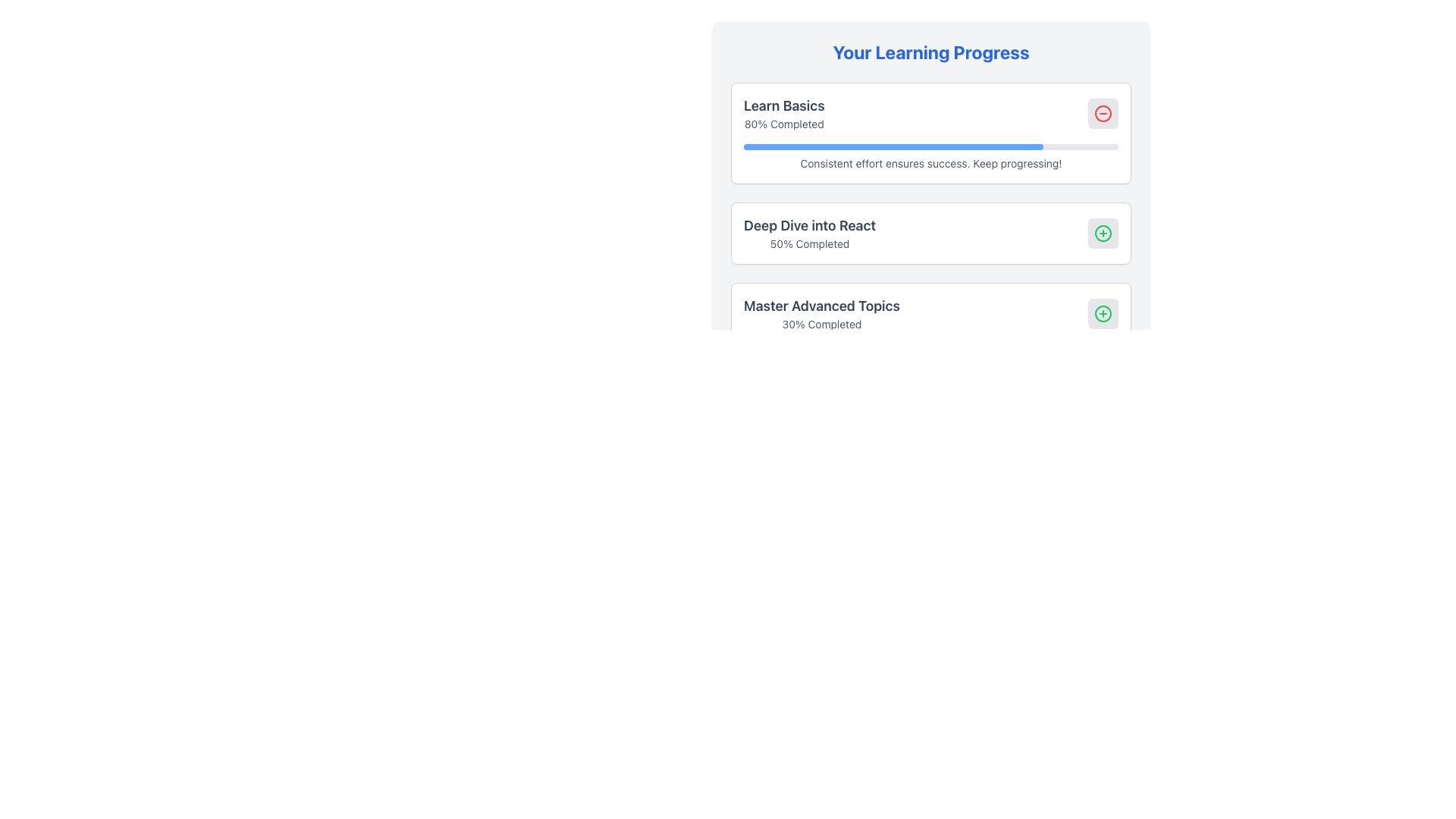  What do you see at coordinates (1103, 312) in the screenshot?
I see `the circular SVG element with a '+' symbol located at the right side of the third progress bar titled 'Master Advanced Topics' in the 'Your Learning Progress' section` at bounding box center [1103, 312].